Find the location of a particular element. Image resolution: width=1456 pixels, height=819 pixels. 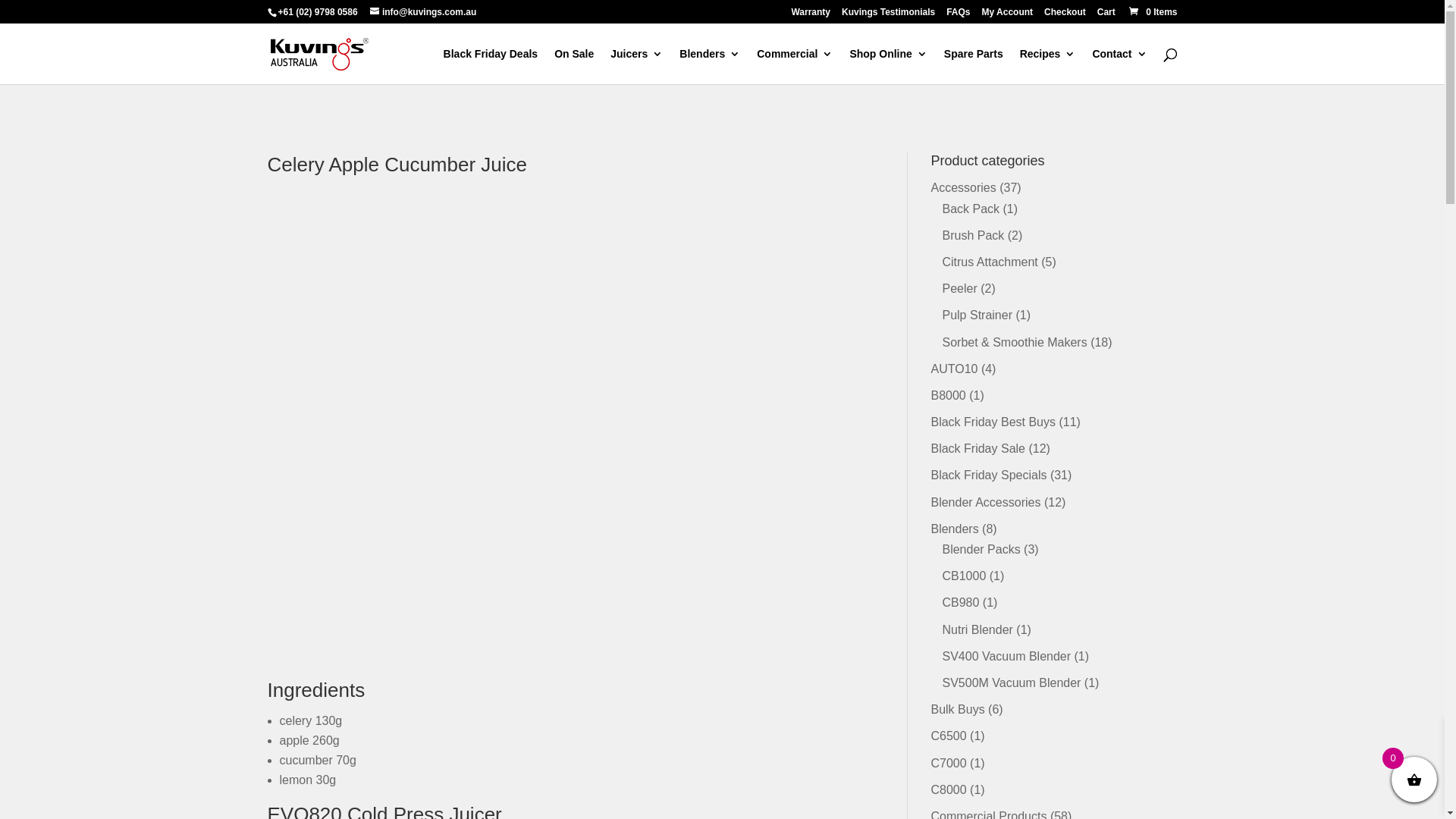

'My Account' is located at coordinates (1008, 15).